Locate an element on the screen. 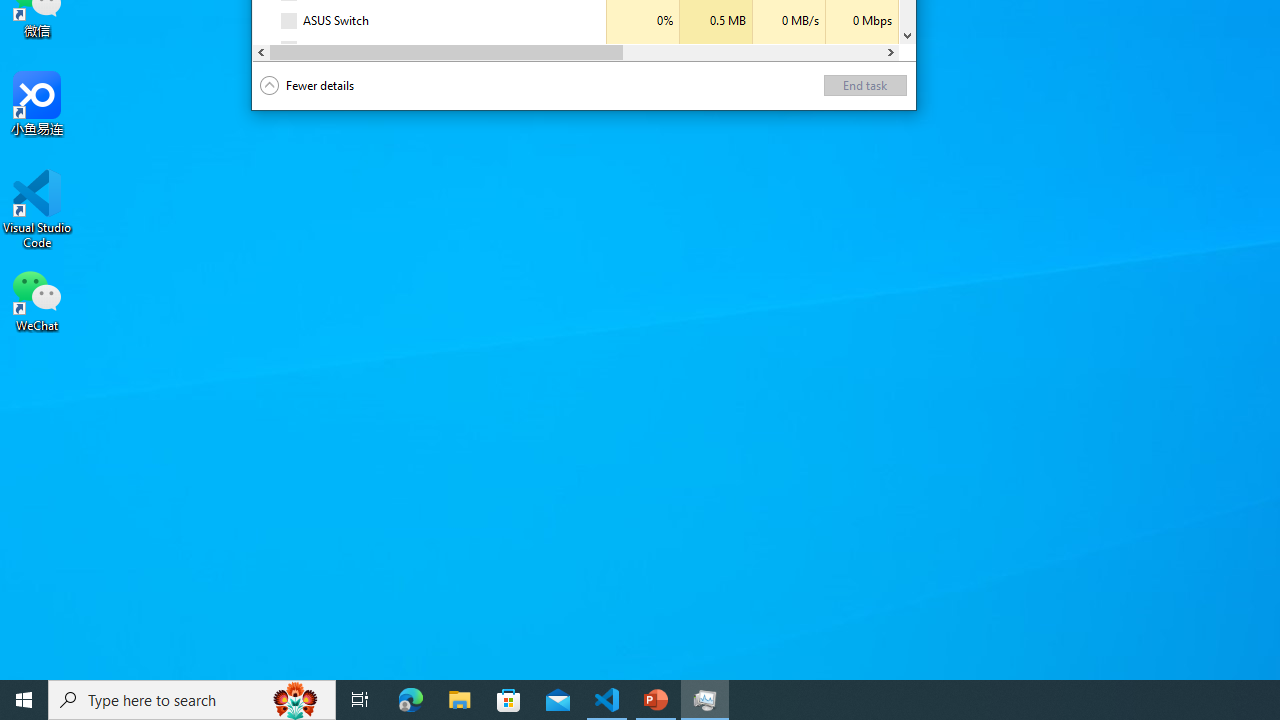 The image size is (1280, 720). 'End task' is located at coordinates (865, 84).